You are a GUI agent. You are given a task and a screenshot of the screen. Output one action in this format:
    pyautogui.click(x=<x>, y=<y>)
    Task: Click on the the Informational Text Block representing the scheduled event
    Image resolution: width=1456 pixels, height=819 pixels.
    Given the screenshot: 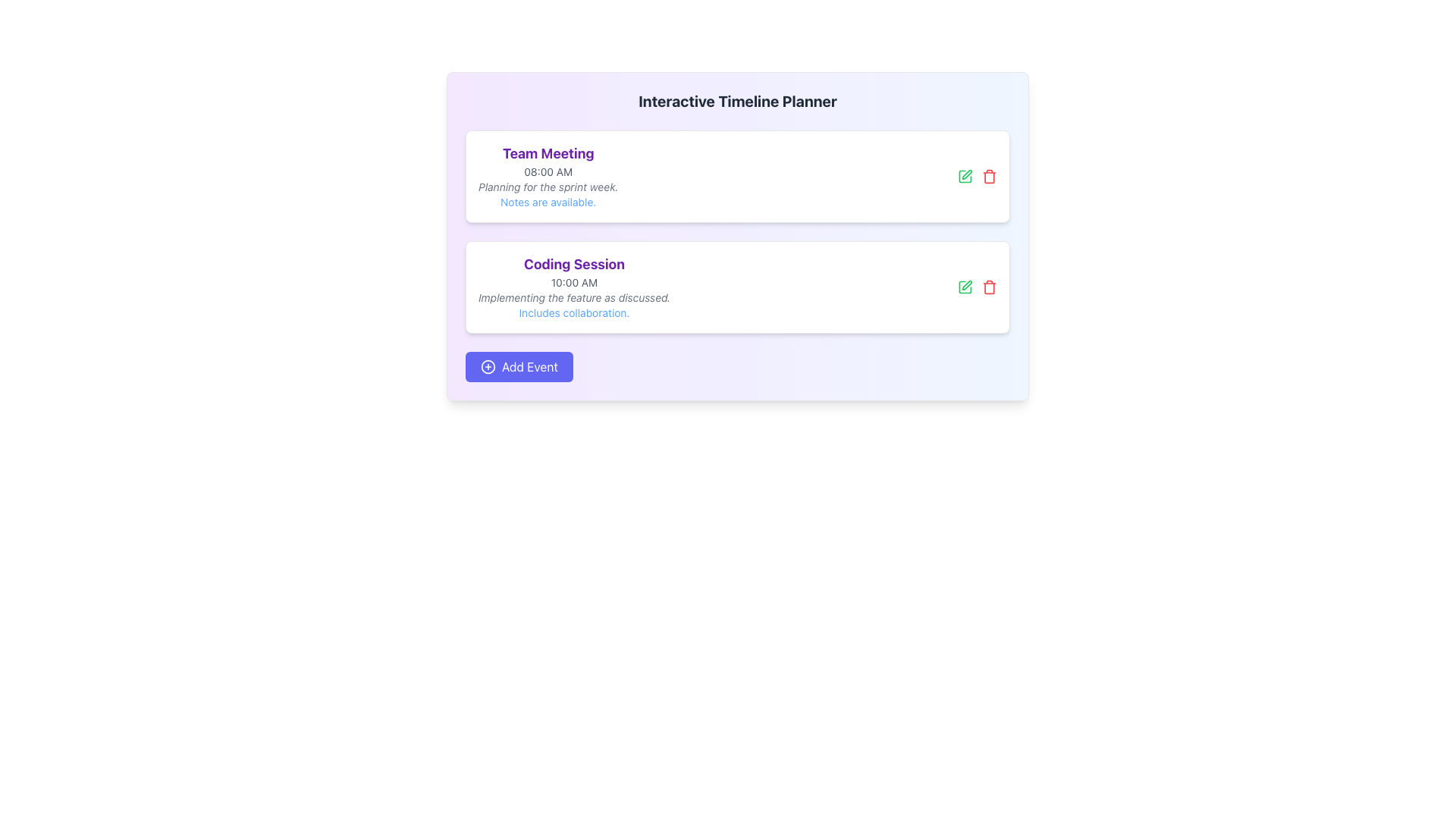 What is the action you would take?
    pyautogui.click(x=548, y=175)
    